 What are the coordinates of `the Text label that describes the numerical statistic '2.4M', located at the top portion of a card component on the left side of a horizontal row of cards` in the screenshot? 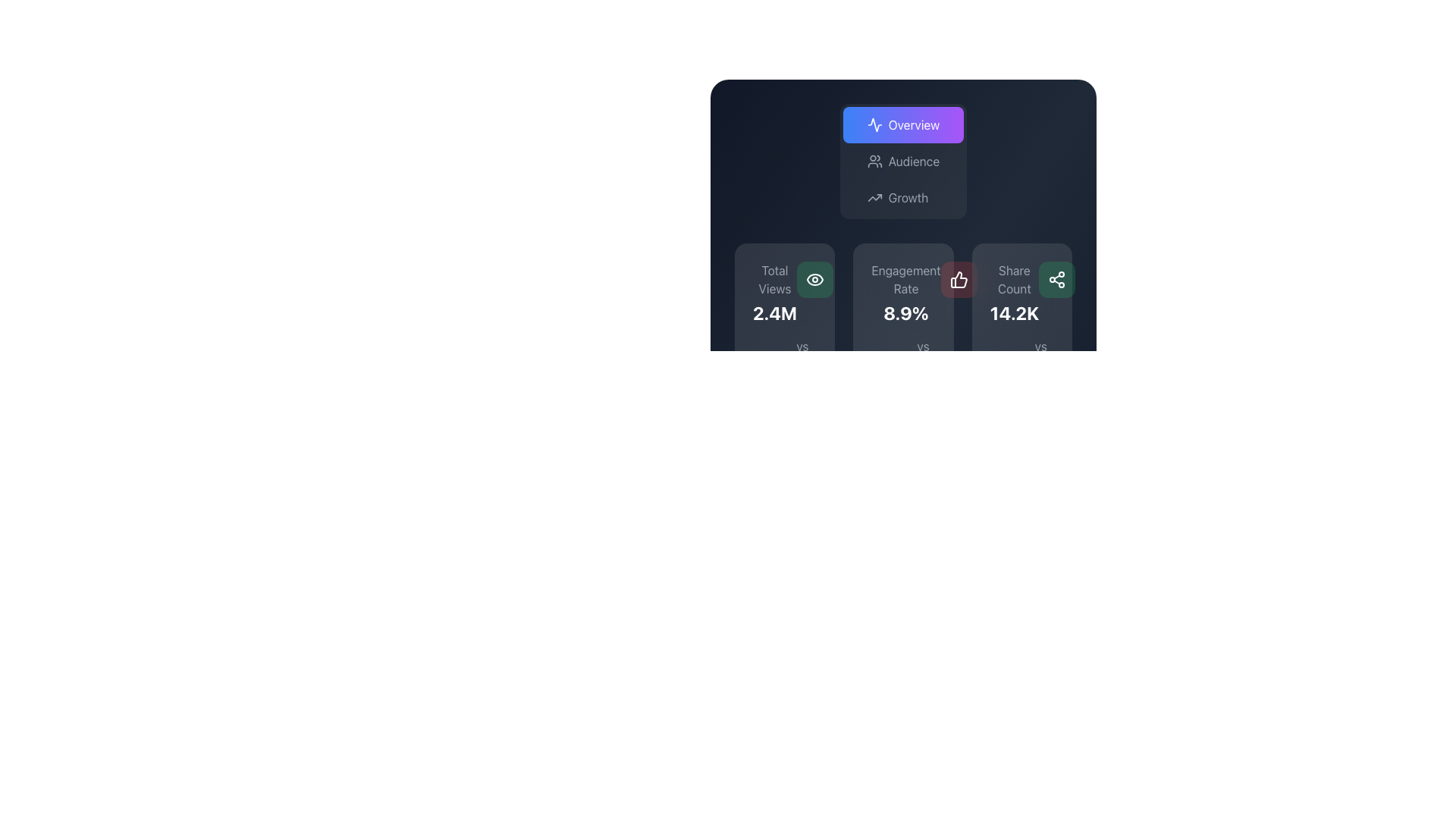 It's located at (775, 280).